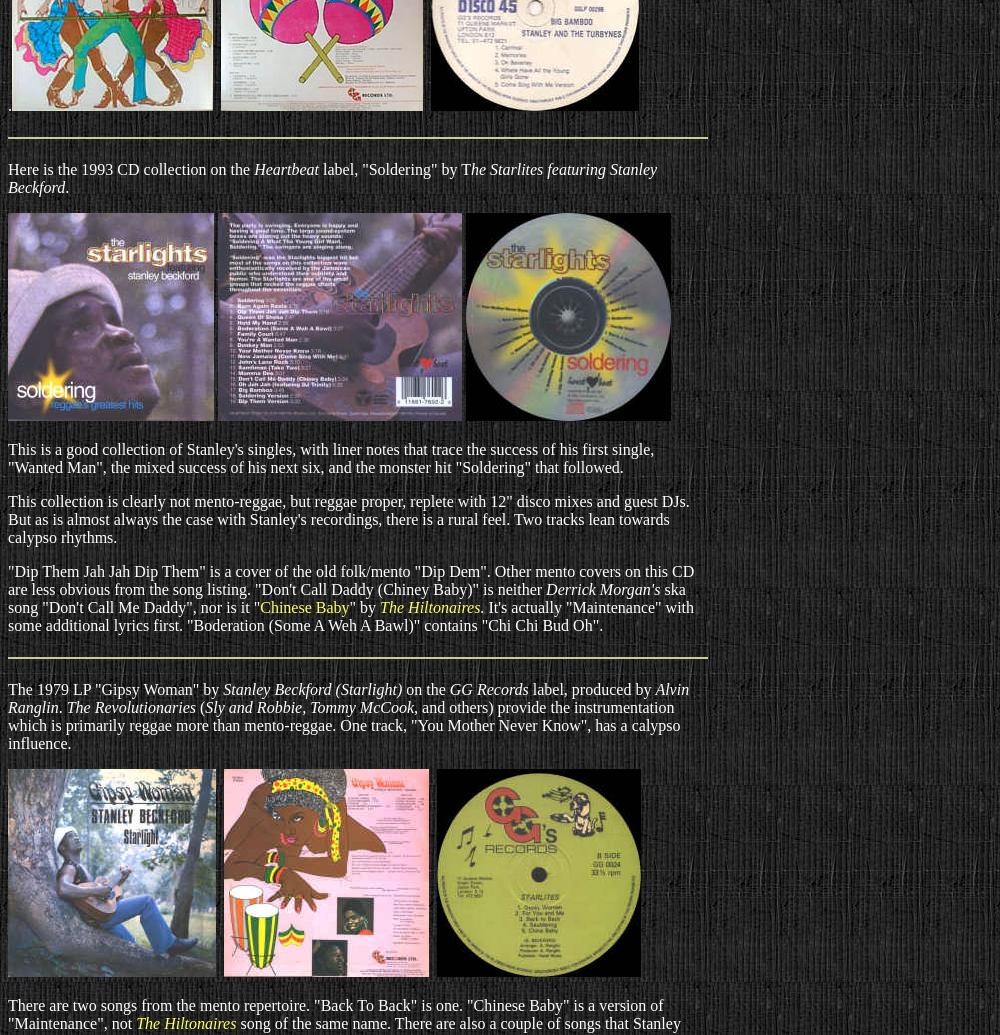 This screenshot has width=1000, height=1035. Describe the element at coordinates (114, 688) in the screenshot. I see `'The 1979 LP "Gipsy Woman" by'` at that location.